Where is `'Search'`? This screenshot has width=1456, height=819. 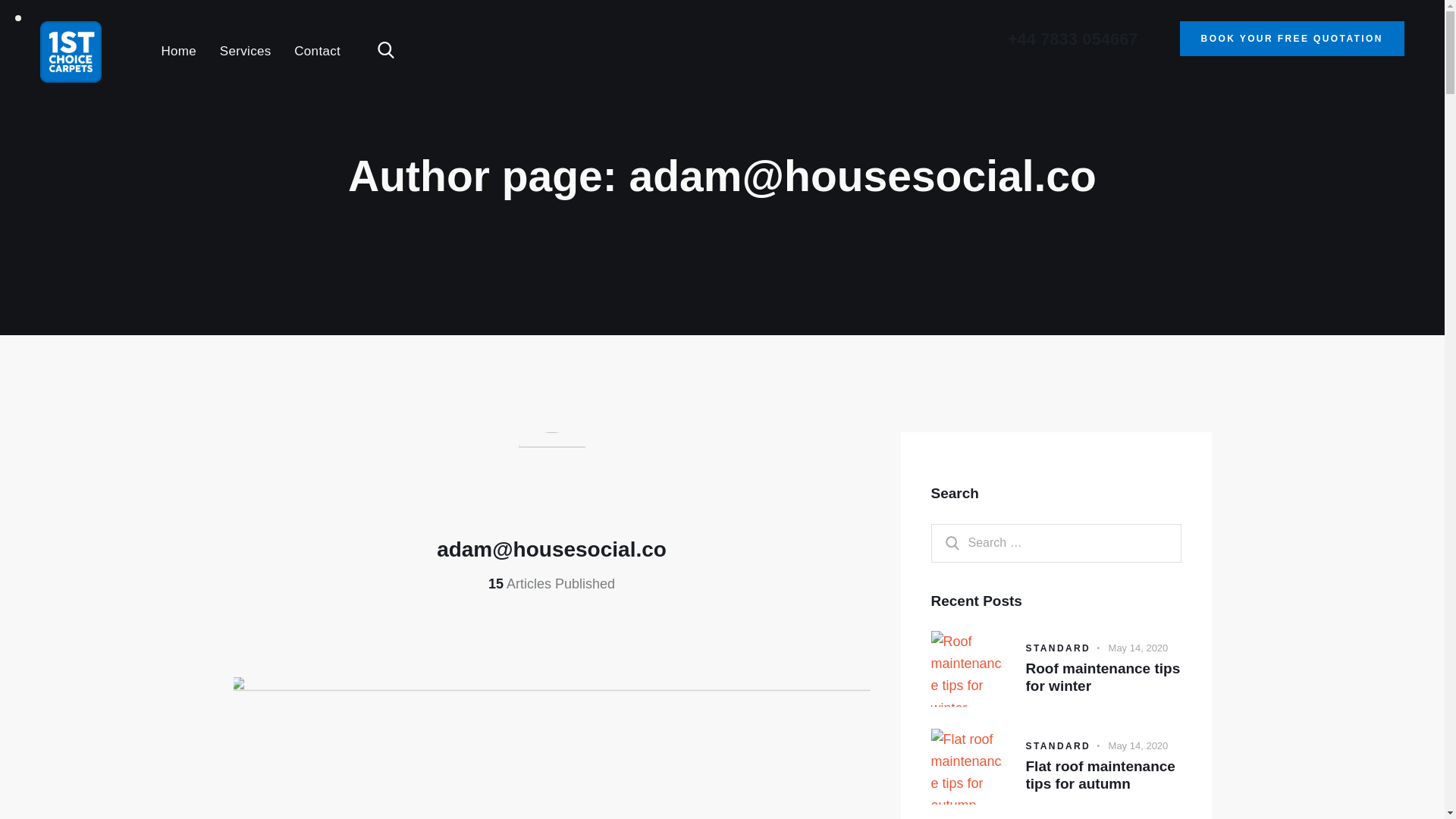
'Search' is located at coordinates (930, 542).